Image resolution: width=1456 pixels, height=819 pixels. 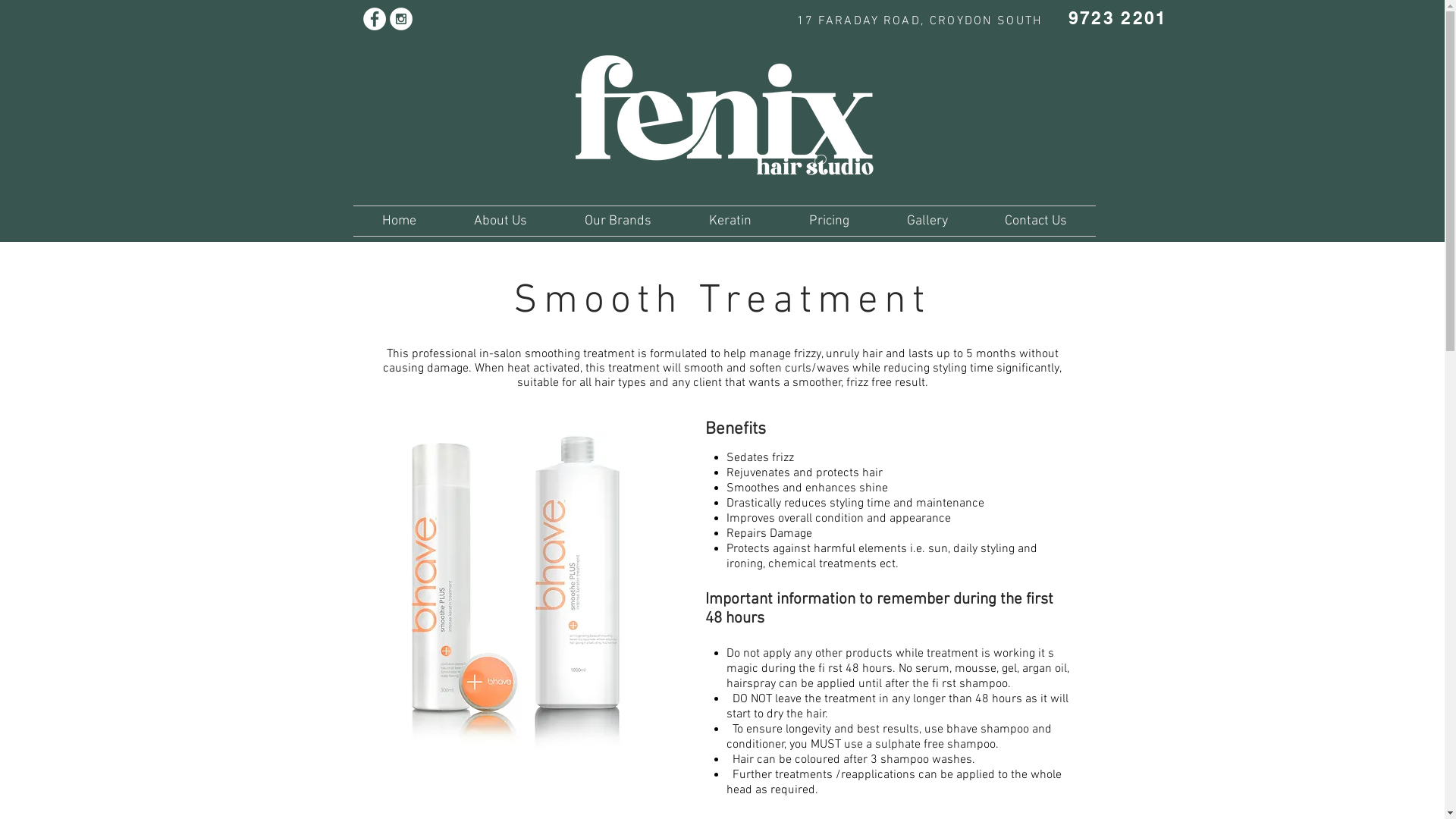 I want to click on 'Gallery', so click(x=927, y=221).